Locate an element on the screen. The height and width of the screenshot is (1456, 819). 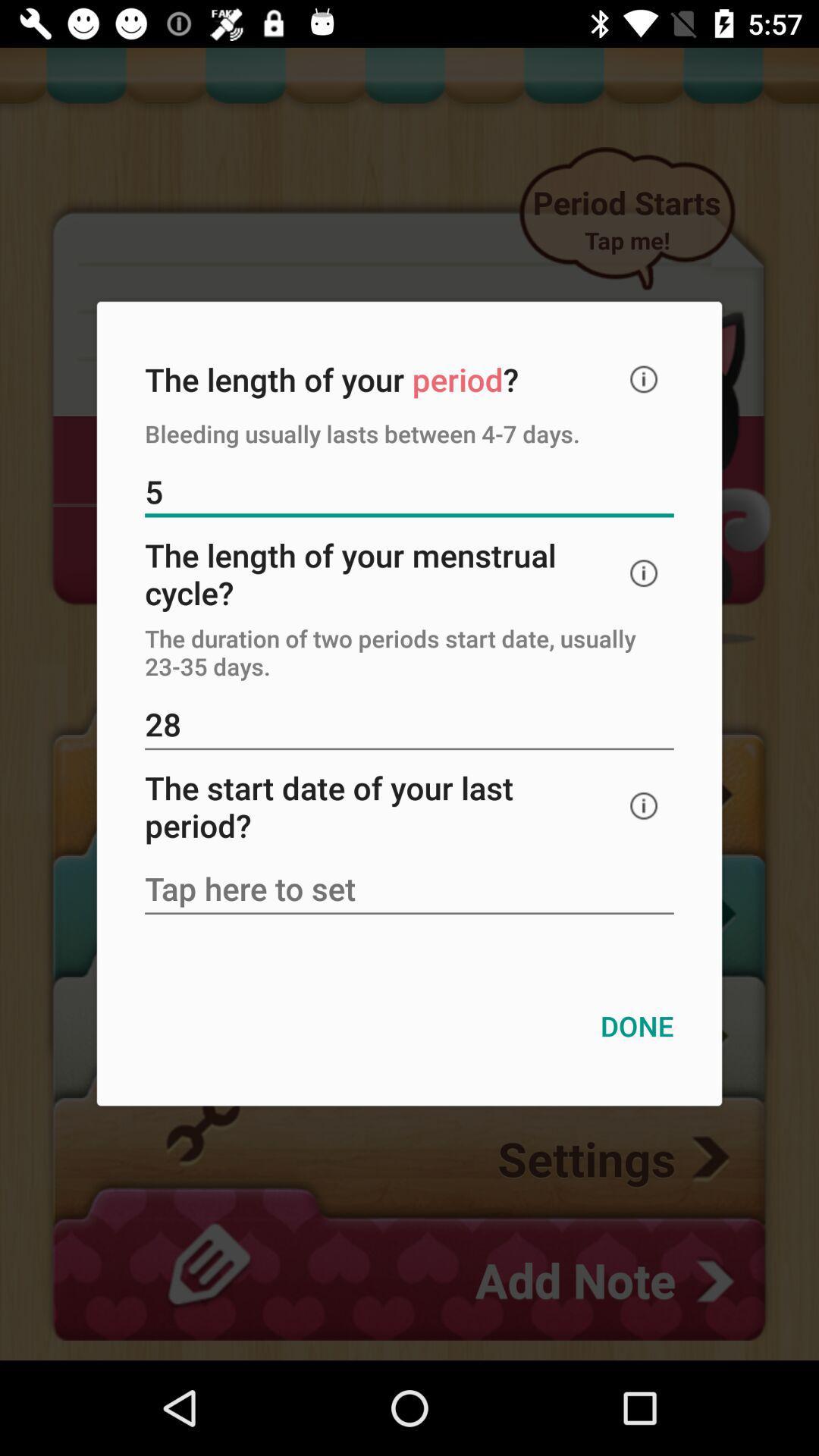
open more information about an iten is located at coordinates (644, 573).